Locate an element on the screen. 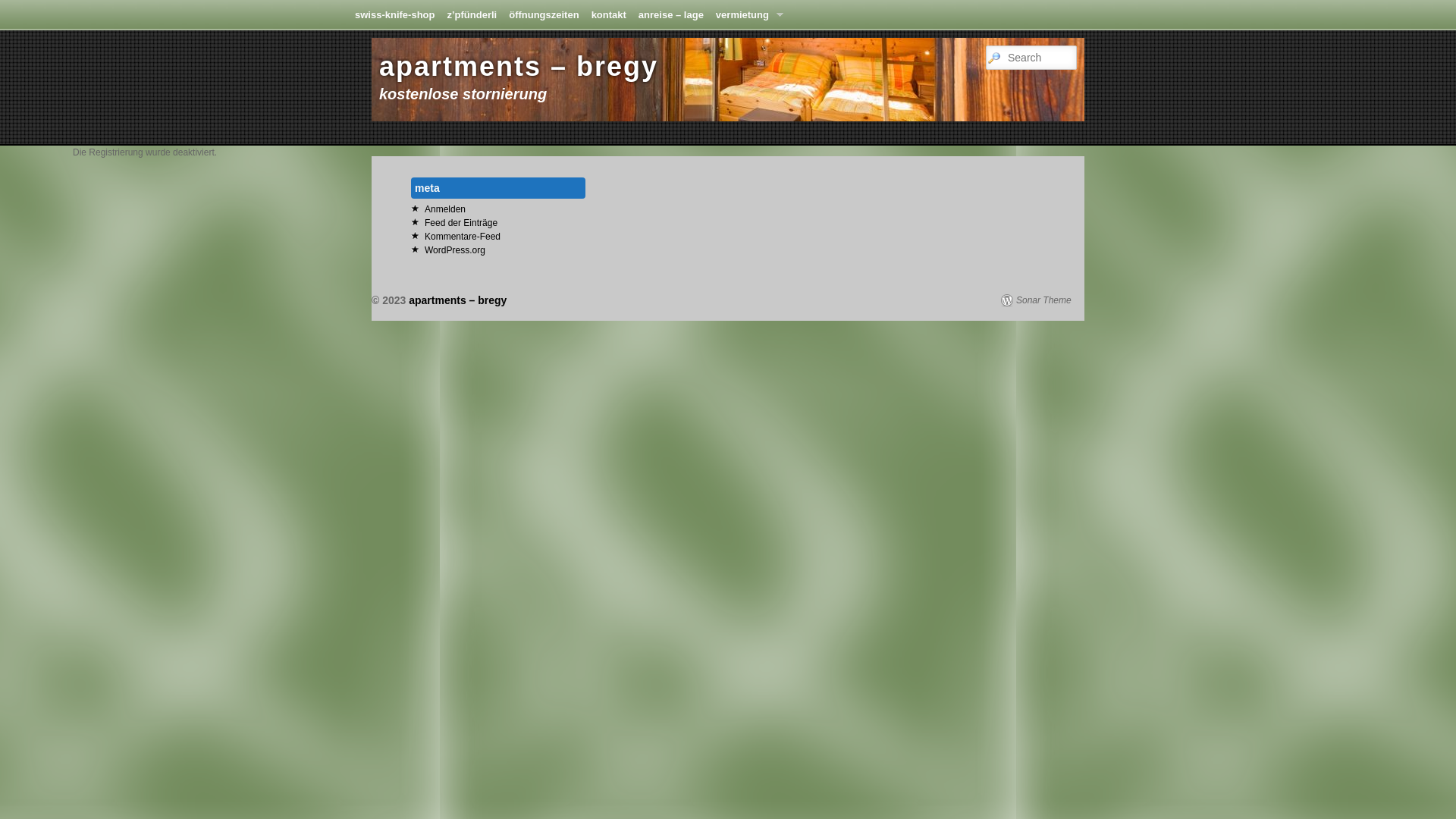 Image resolution: width=1456 pixels, height=819 pixels. 'Anmelden' is located at coordinates (444, 209).